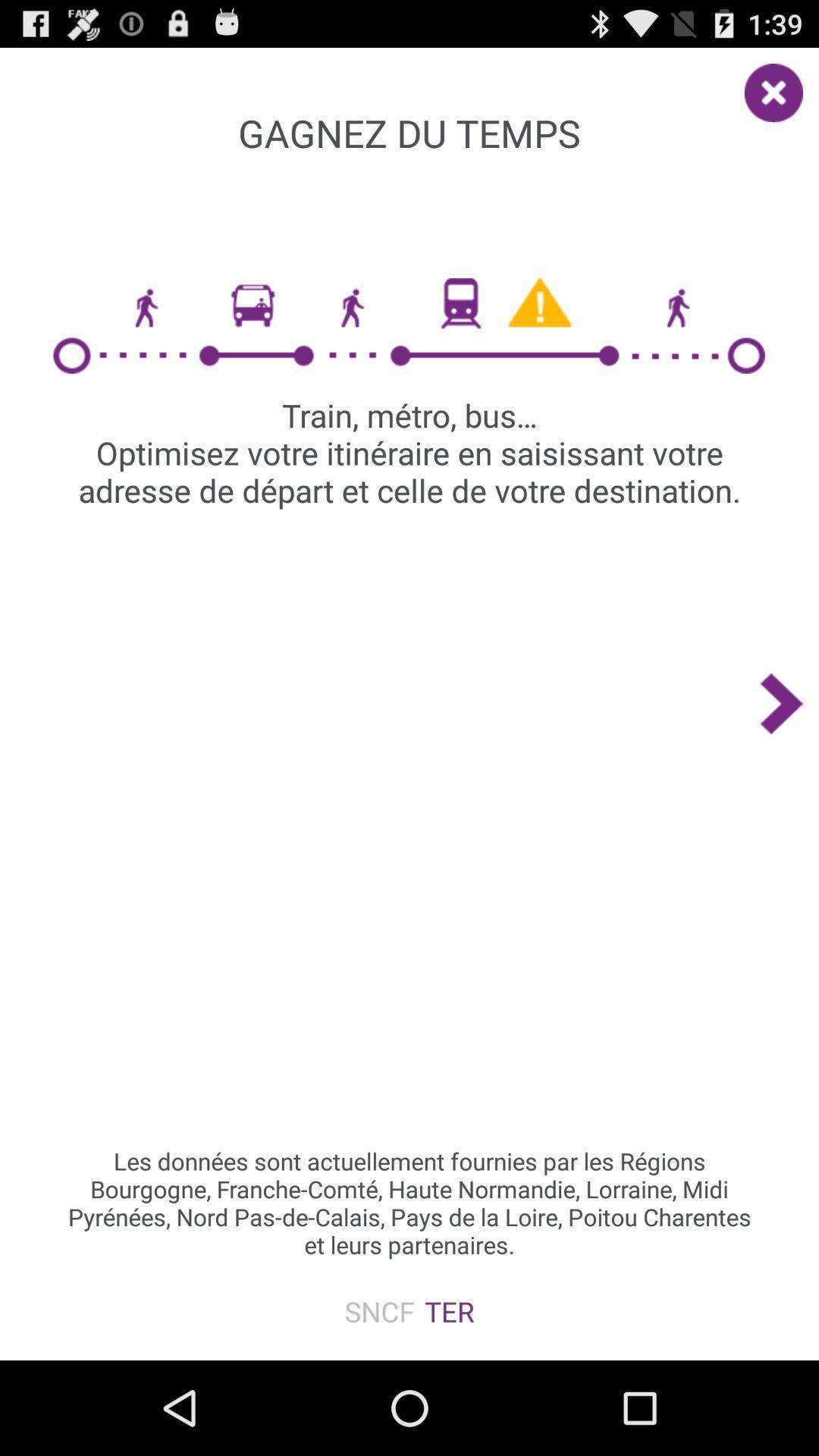  I want to click on item at the top right corner, so click(781, 84).